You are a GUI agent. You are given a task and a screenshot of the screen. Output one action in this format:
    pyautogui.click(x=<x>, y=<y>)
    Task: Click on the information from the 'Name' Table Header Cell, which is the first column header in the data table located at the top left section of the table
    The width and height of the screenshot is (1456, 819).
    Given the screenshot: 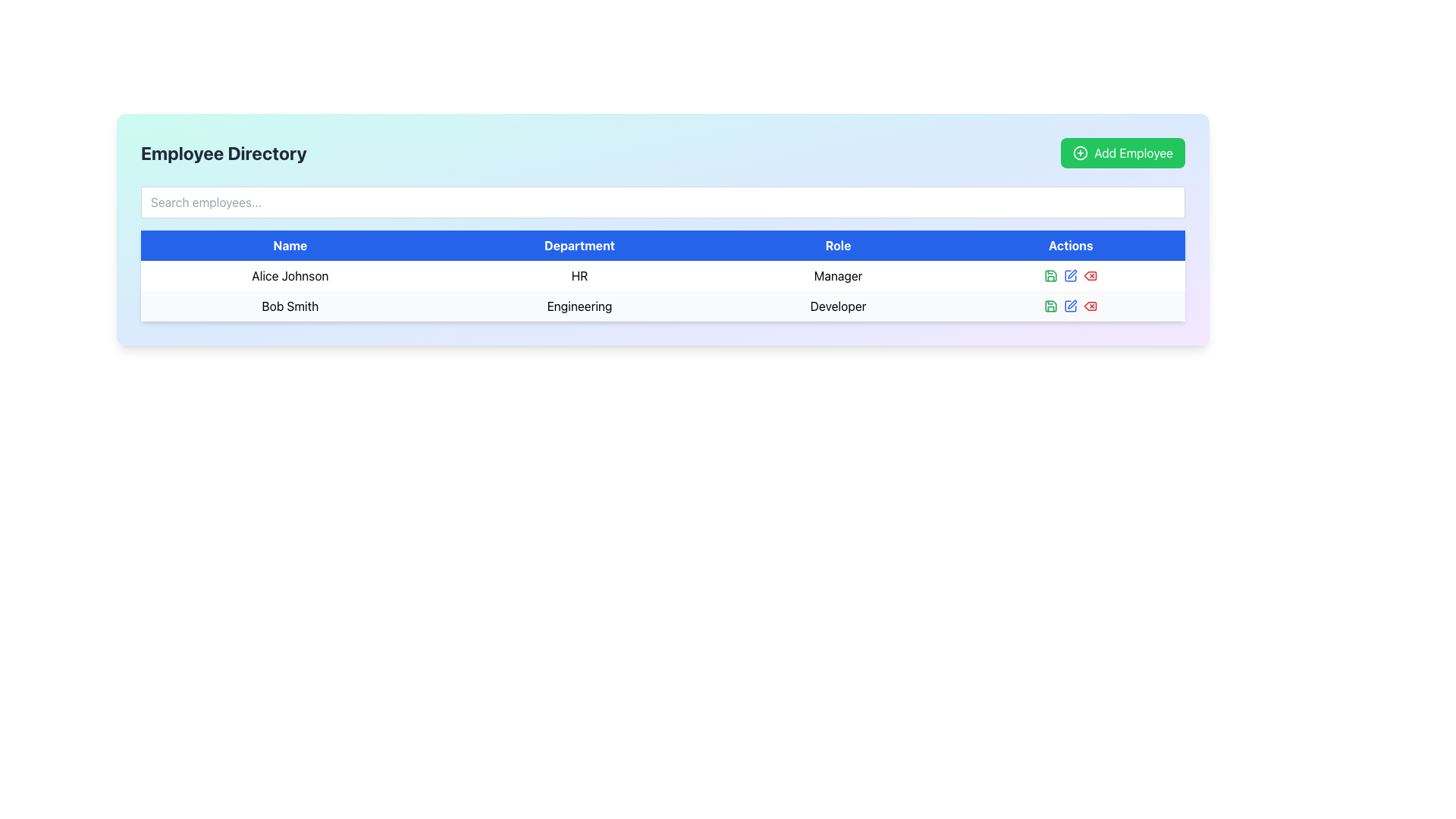 What is the action you would take?
    pyautogui.click(x=290, y=245)
    